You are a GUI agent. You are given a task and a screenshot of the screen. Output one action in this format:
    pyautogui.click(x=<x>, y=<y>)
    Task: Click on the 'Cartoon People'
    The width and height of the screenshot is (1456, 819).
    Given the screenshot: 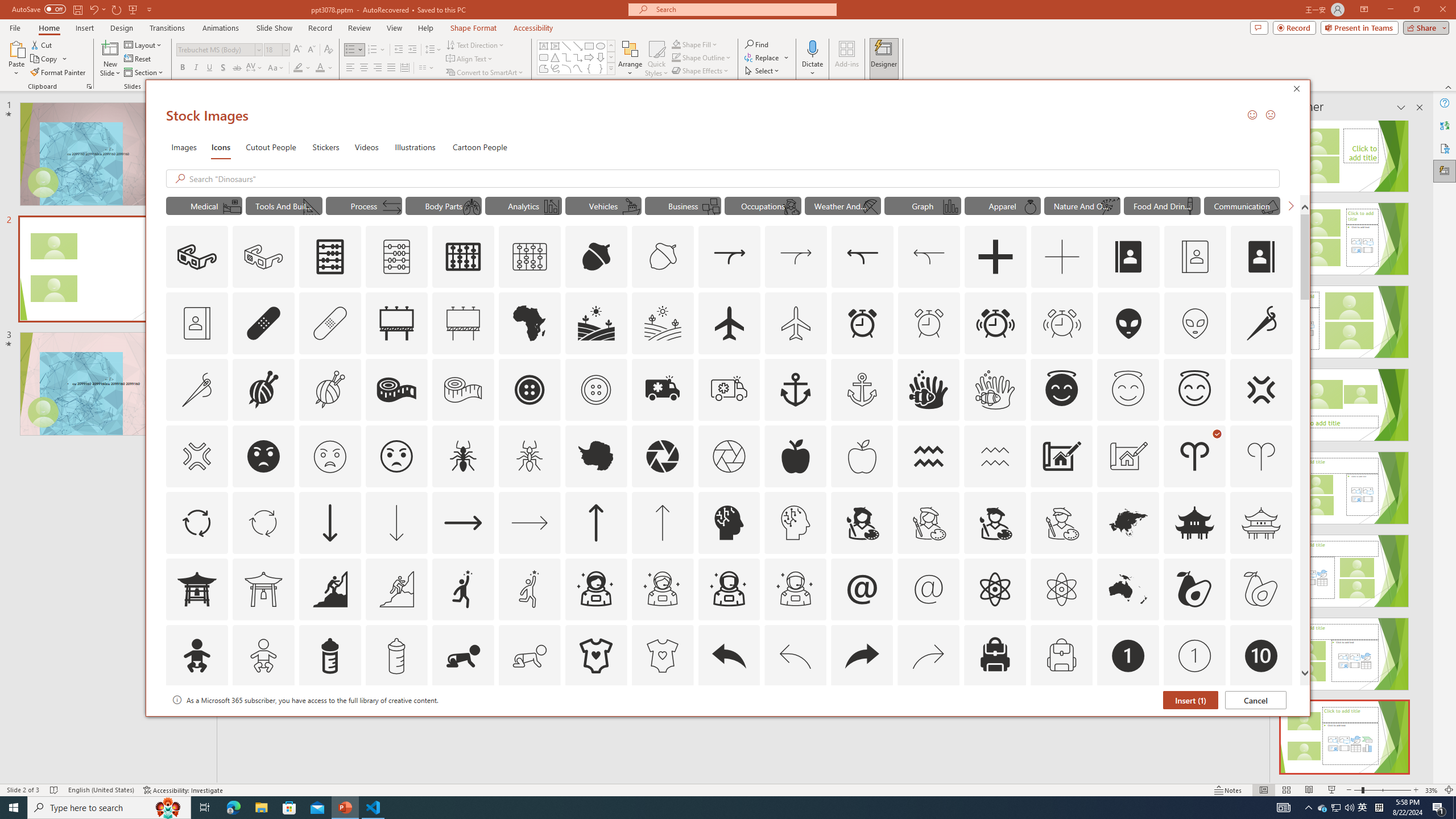 What is the action you would take?
    pyautogui.click(x=479, y=146)
    